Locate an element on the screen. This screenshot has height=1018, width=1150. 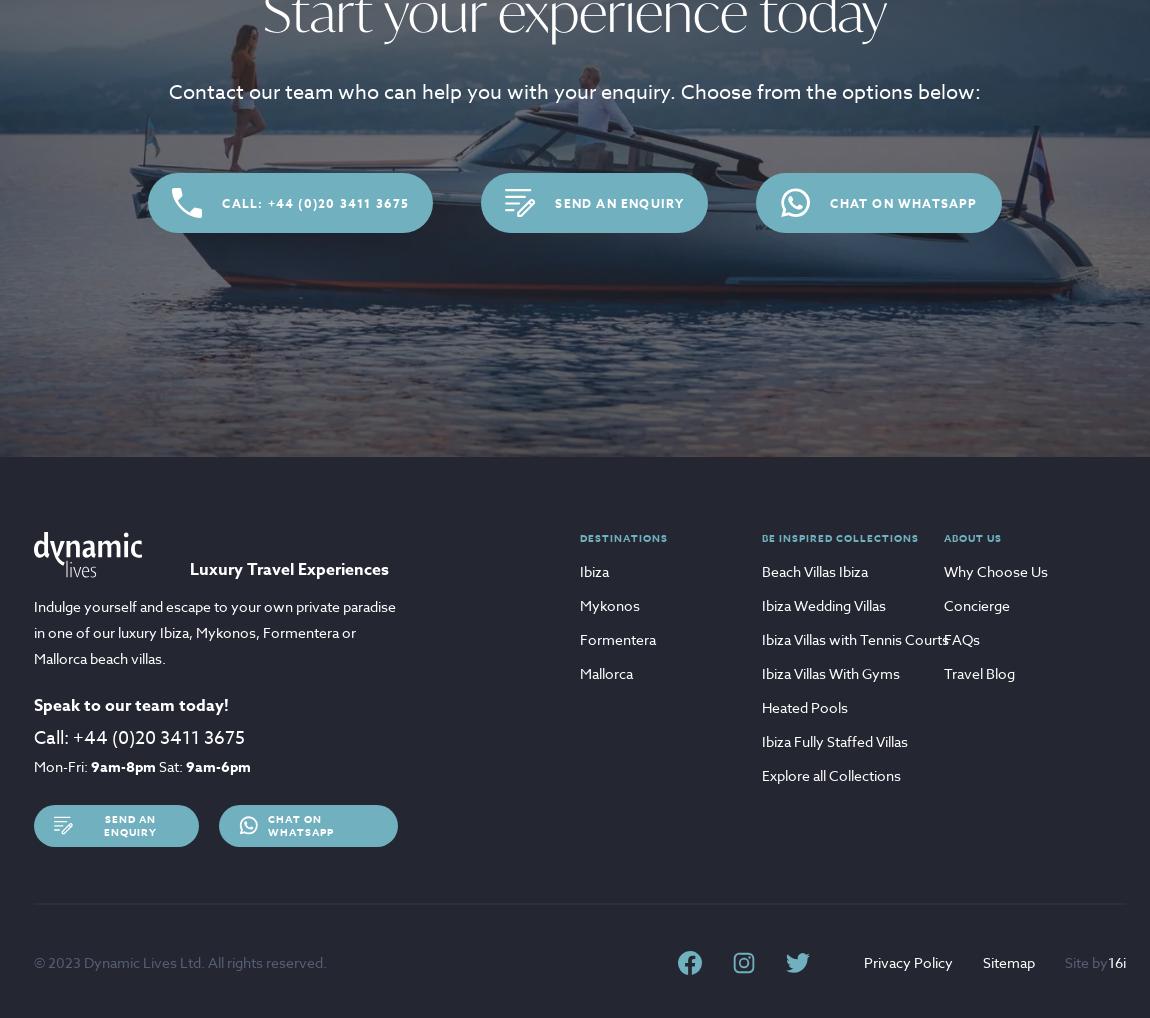
'Call: +44 (0)20 3411 3675' is located at coordinates (315, 202).